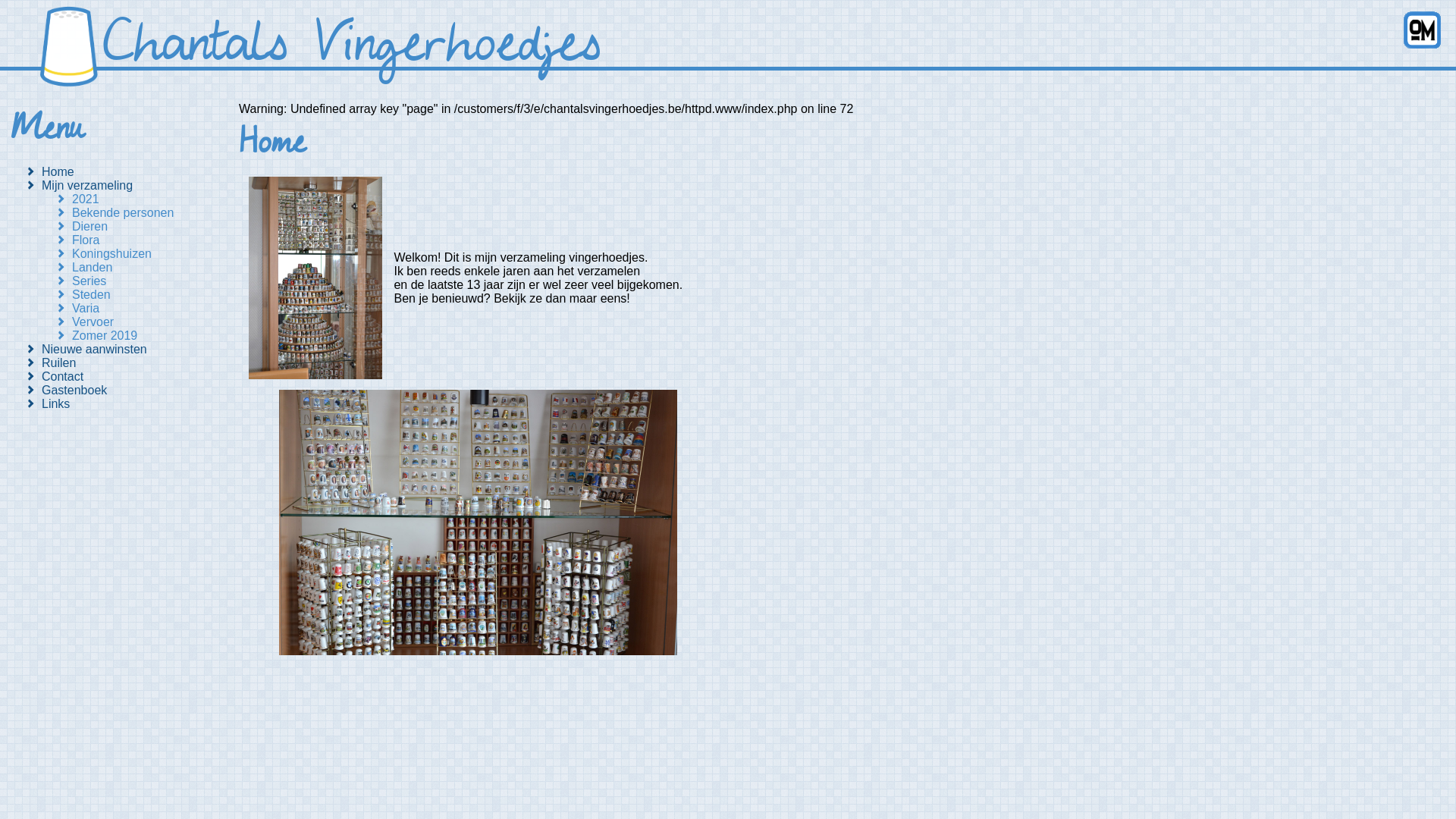 The height and width of the screenshot is (819, 1456). I want to click on 'Gastenboek', so click(128, 390).